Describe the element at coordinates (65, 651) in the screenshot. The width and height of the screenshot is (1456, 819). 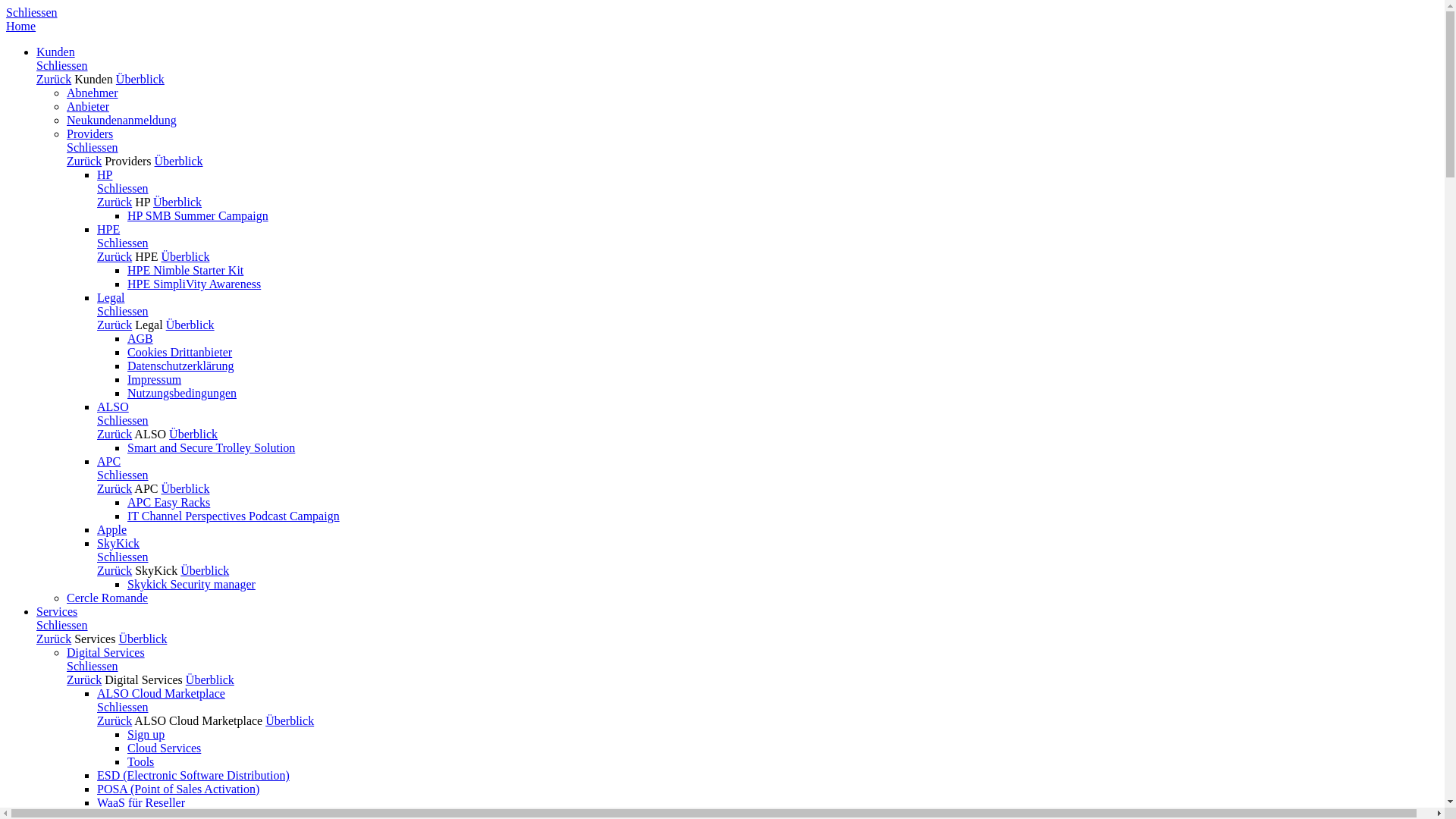
I see `'Digital Services'` at that location.